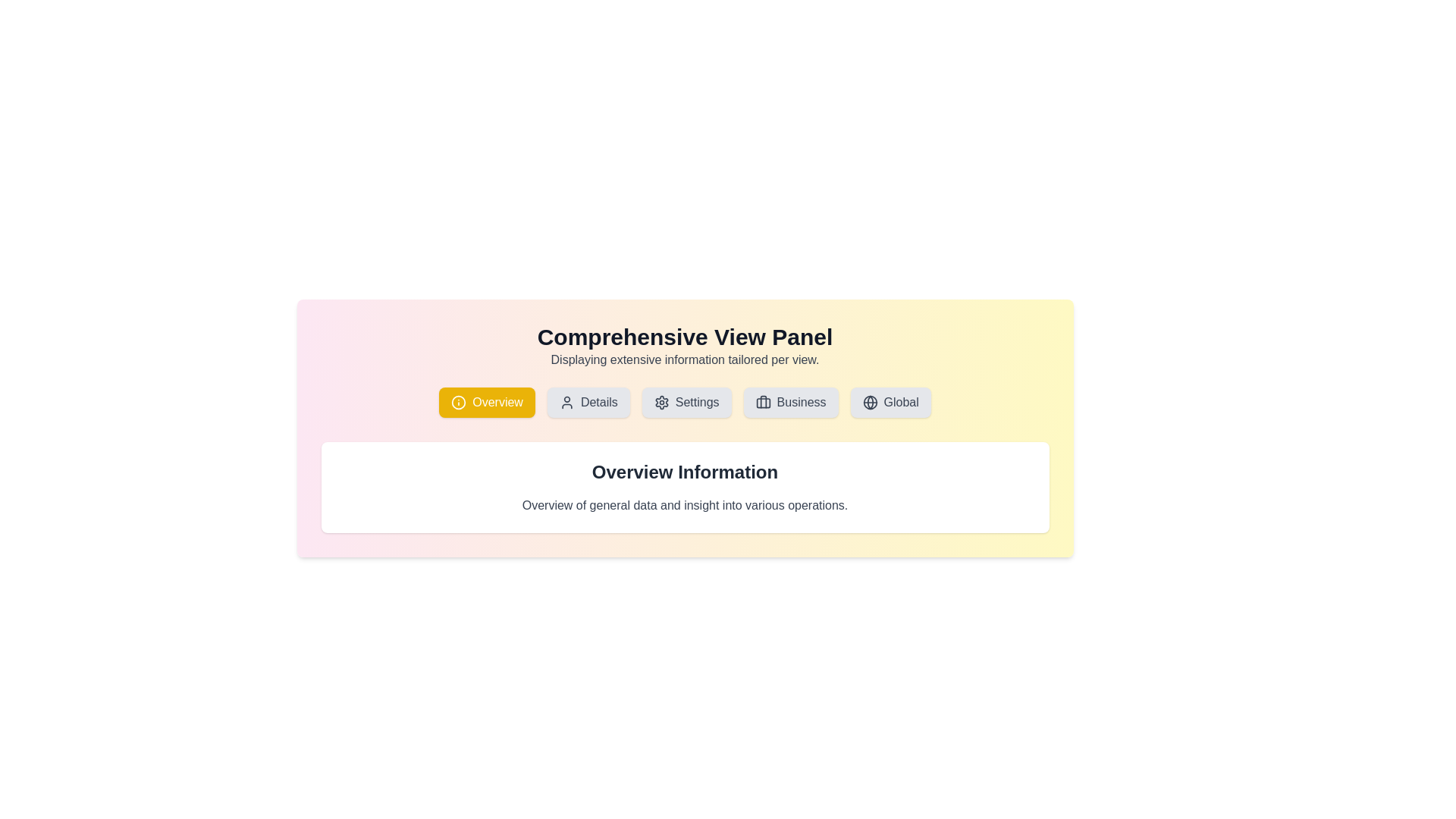 This screenshot has height=819, width=1456. Describe the element at coordinates (598, 402) in the screenshot. I see `text label for the 'Details' button, which is located in the second button from the left in the horizontal button group at the top center of the interface` at that location.